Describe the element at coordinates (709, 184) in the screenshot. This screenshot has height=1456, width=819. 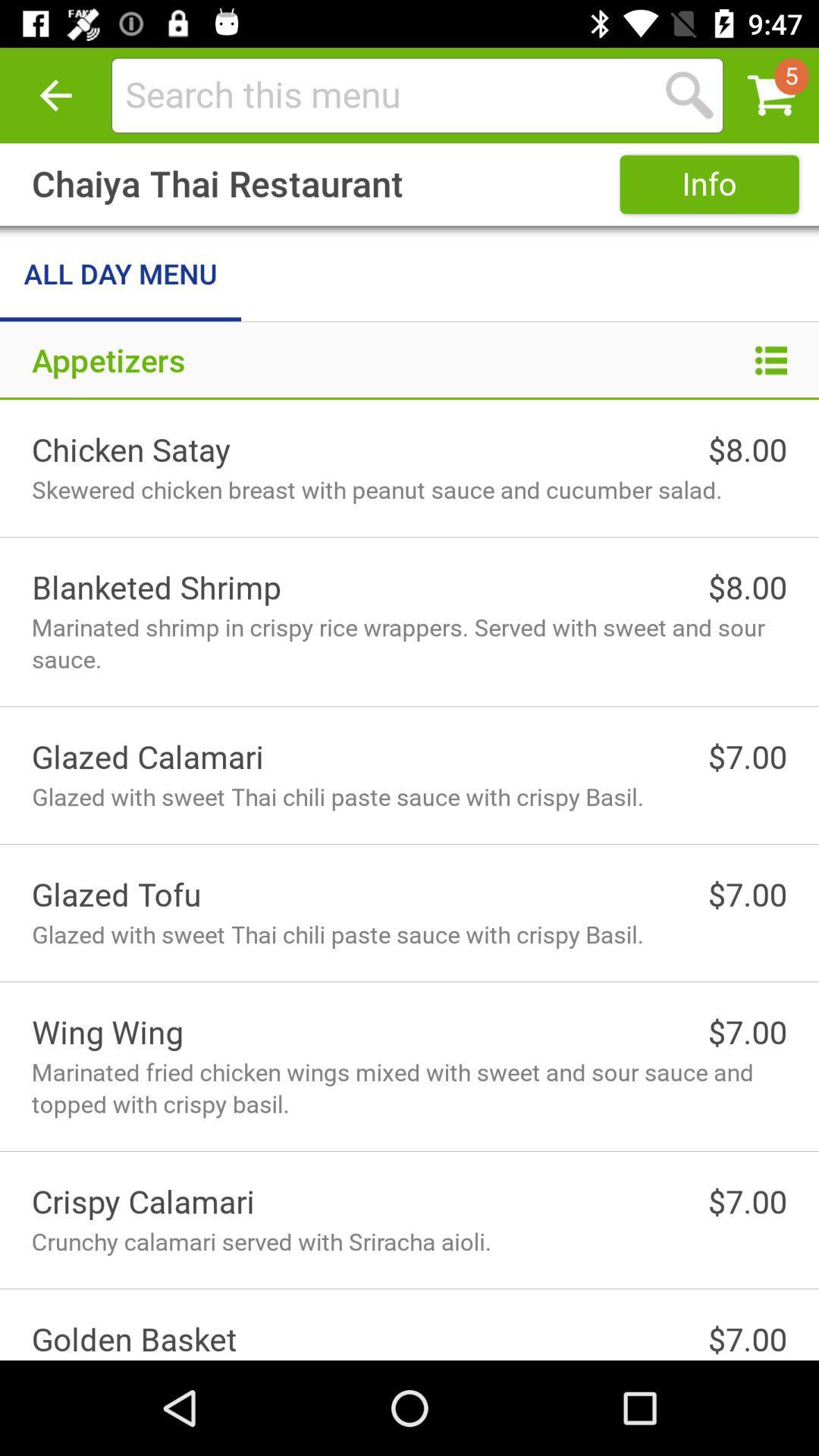
I see `the info` at that location.